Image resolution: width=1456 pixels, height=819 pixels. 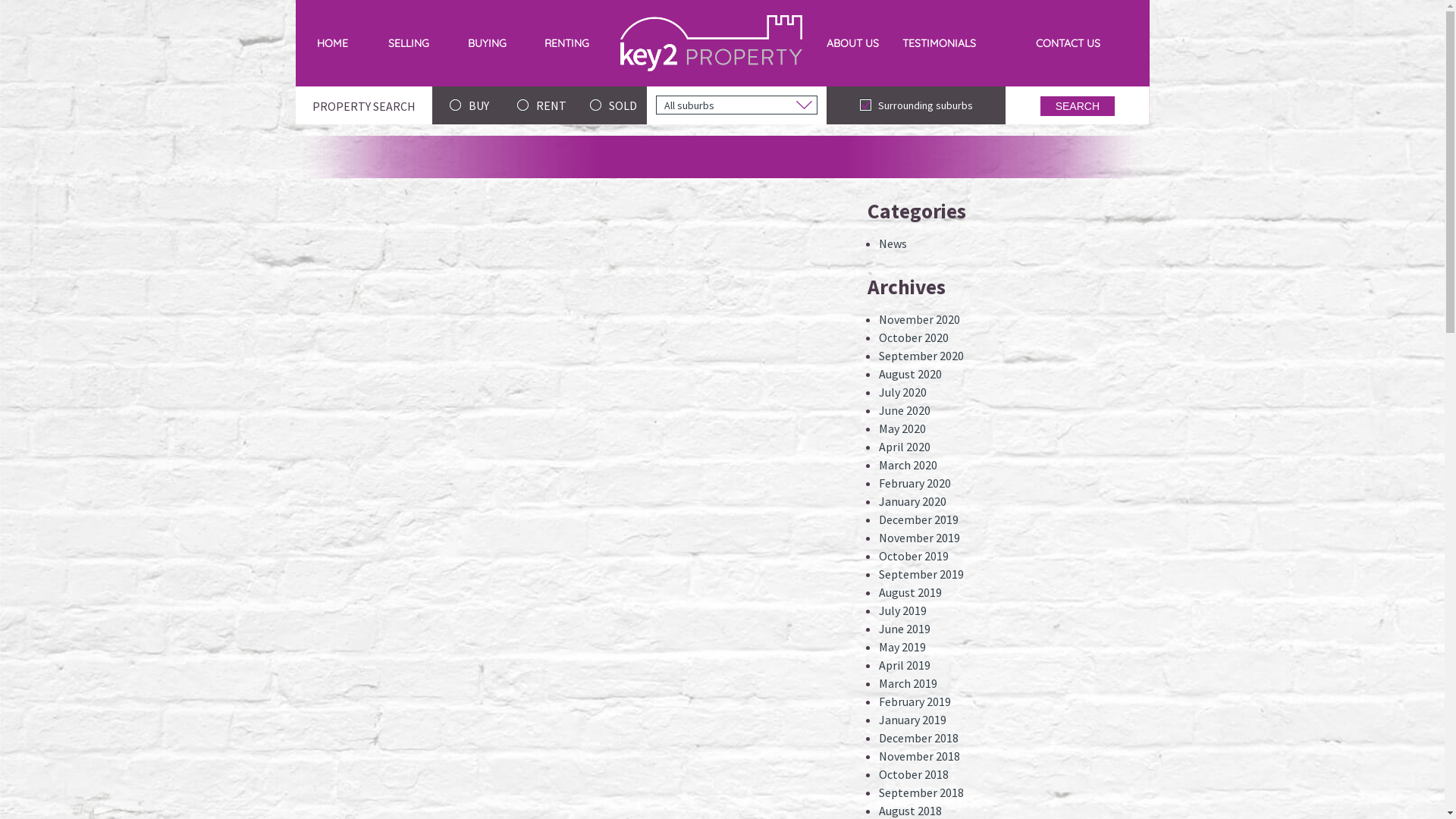 I want to click on 'June 2019', so click(x=905, y=629).